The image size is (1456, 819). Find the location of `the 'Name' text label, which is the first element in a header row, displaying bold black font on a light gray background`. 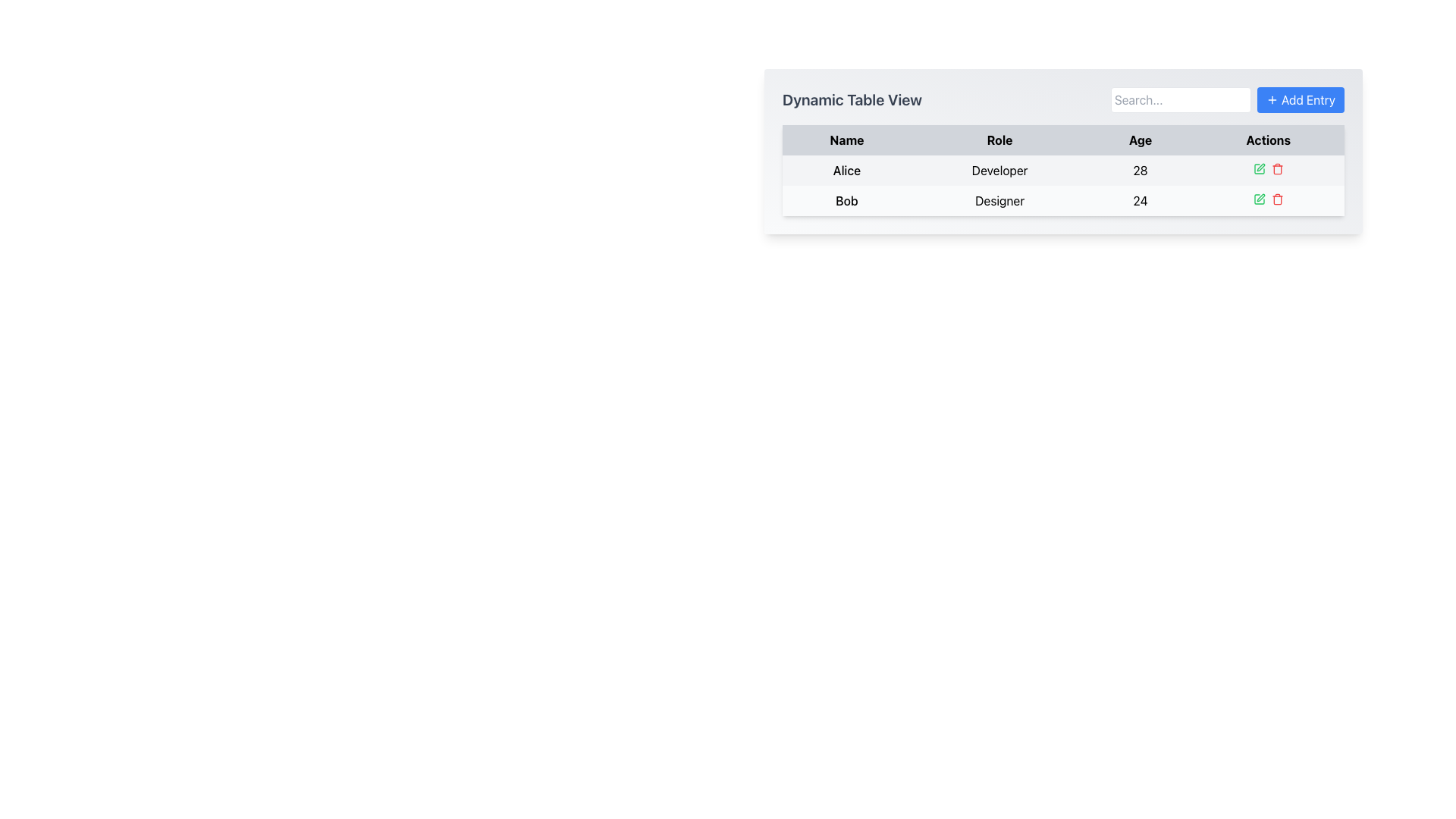

the 'Name' text label, which is the first element in a header row, displaying bold black font on a light gray background is located at coordinates (846, 140).